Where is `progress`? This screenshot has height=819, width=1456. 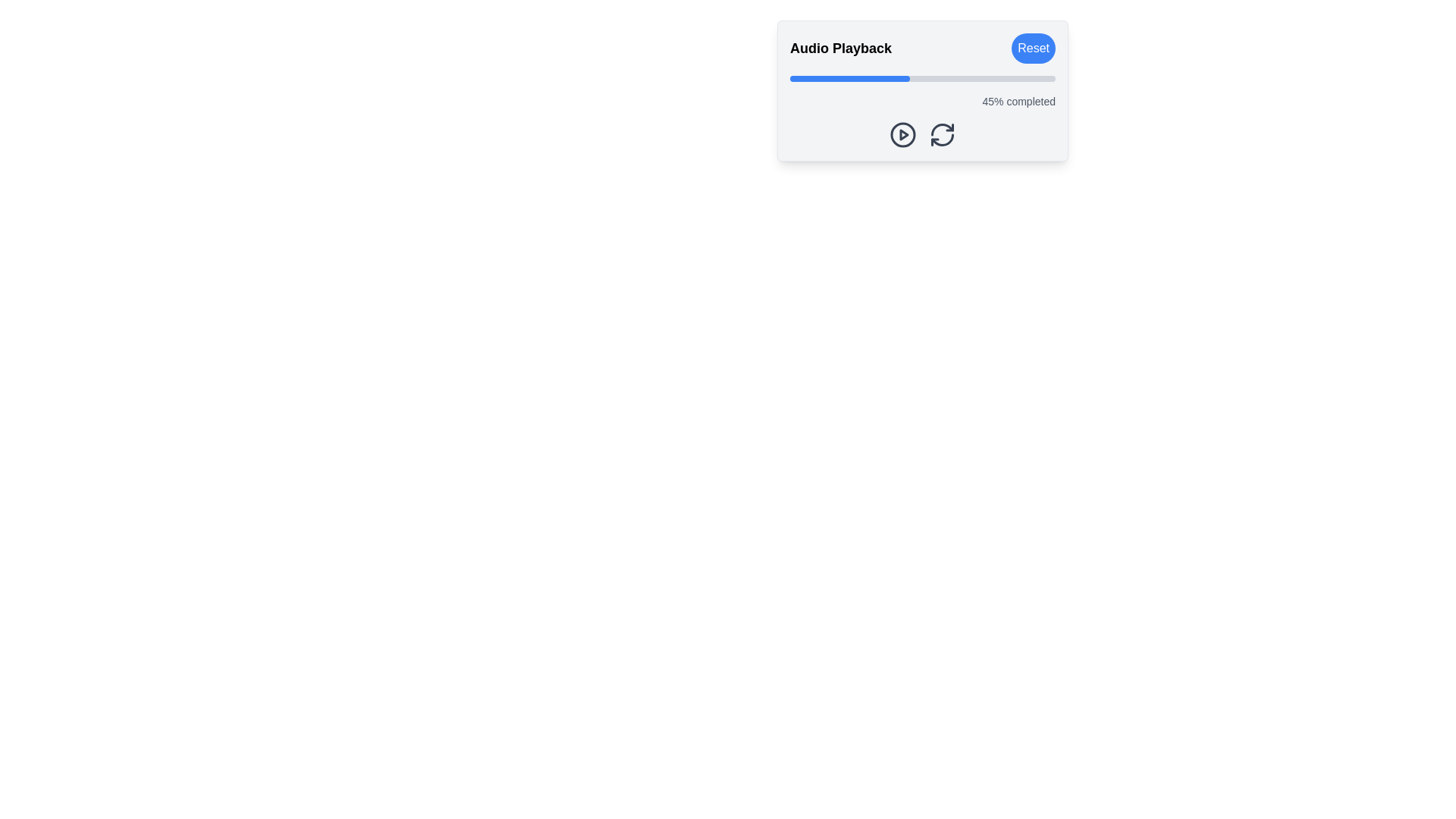
progress is located at coordinates (818, 79).